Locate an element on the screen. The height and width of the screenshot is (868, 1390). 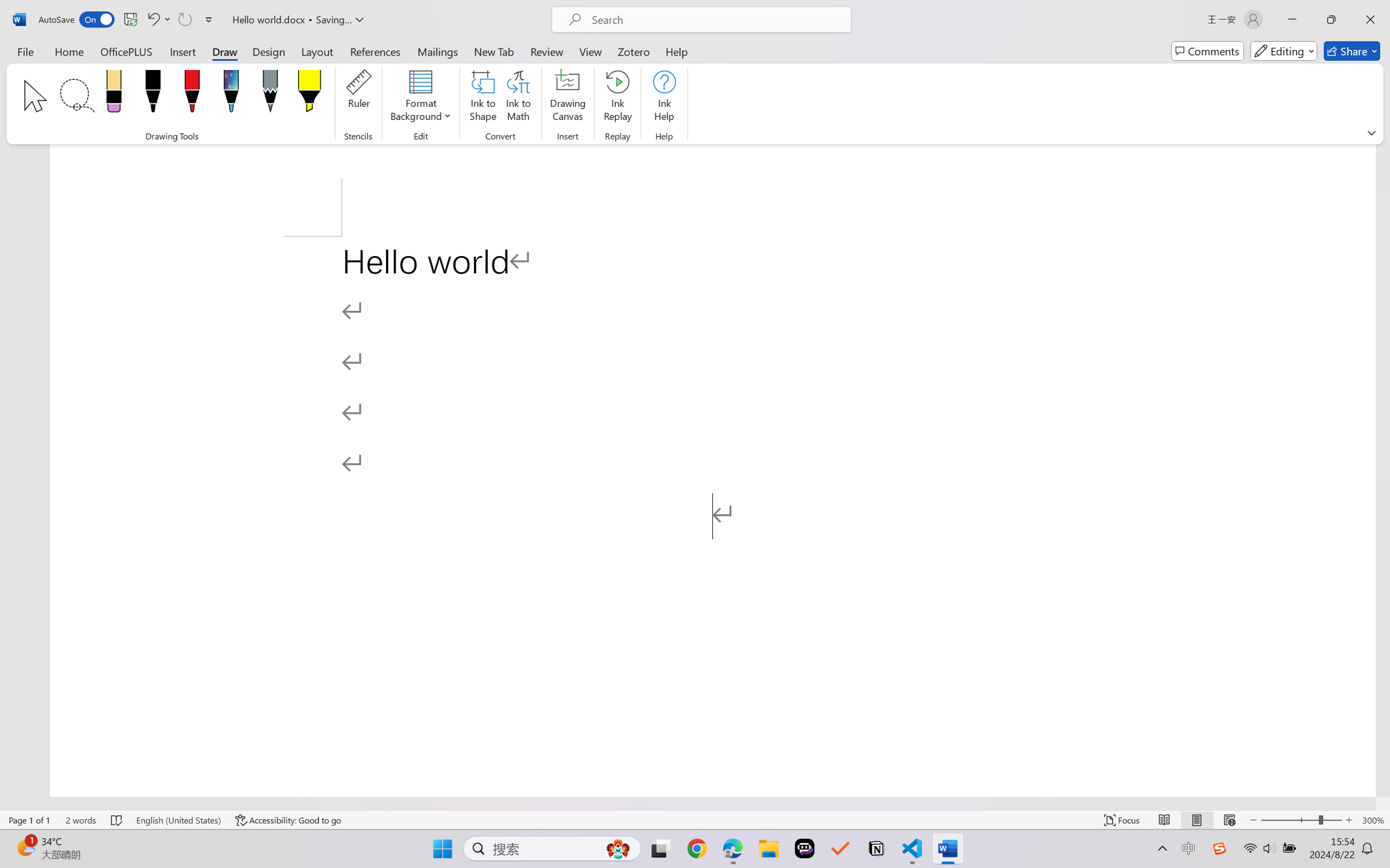
'Zoom' is located at coordinates (1302, 820).